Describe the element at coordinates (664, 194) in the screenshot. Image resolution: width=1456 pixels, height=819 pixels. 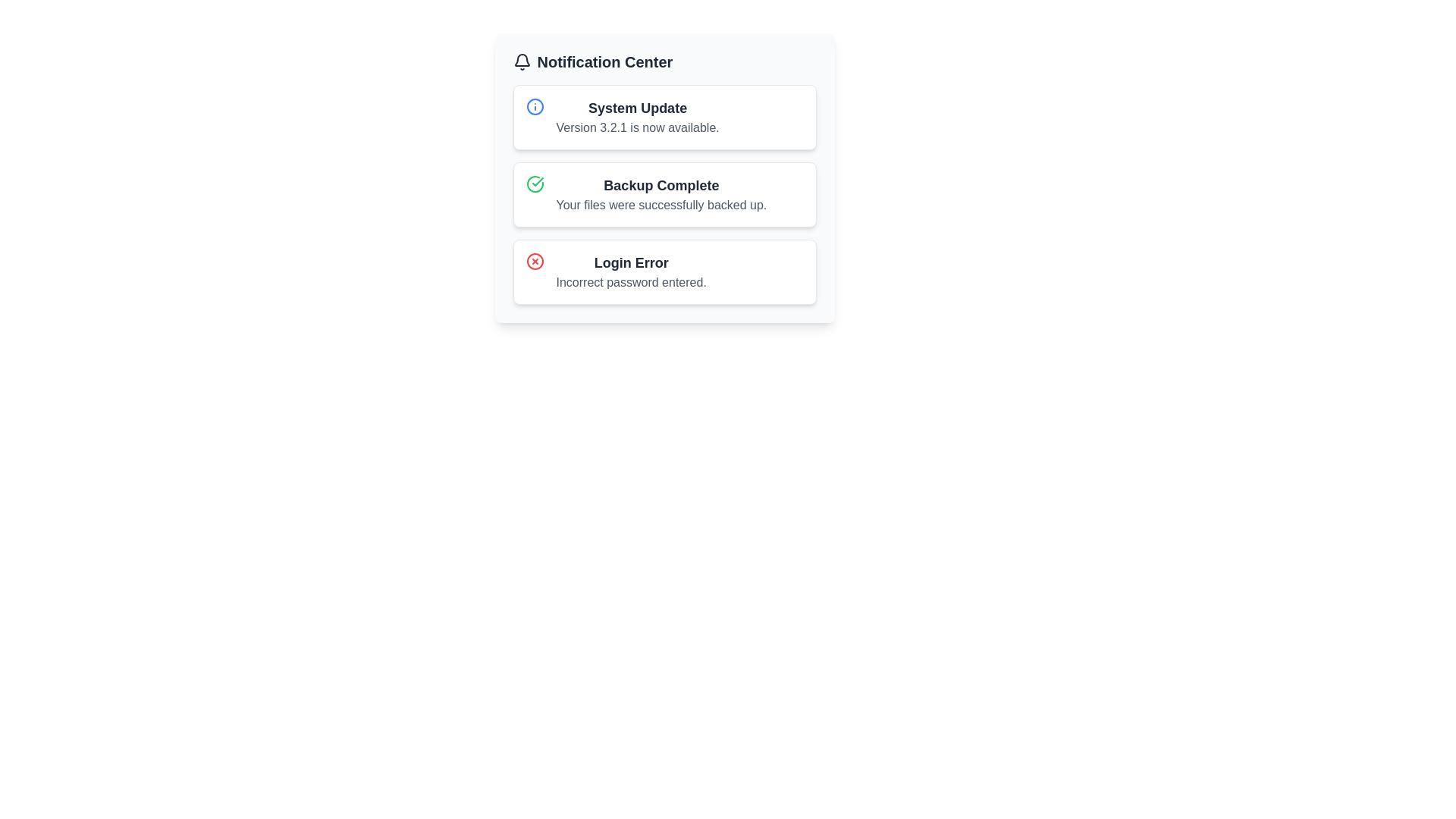
I see `the 'Backup Complete' notification in the Notification Center, which is the second notification listed and has a green checkmark icon` at that location.